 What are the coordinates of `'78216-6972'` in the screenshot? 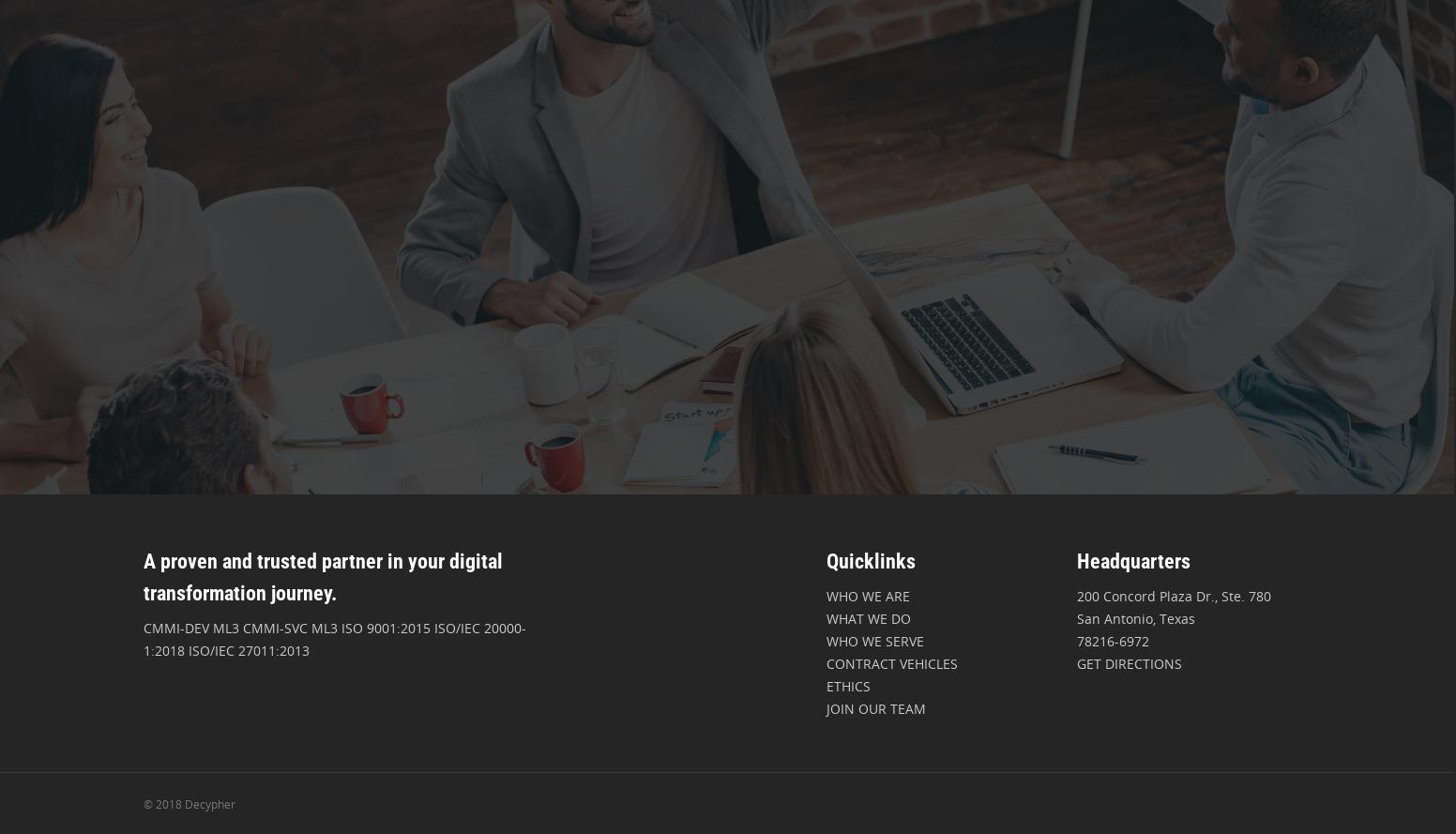 It's located at (1112, 641).